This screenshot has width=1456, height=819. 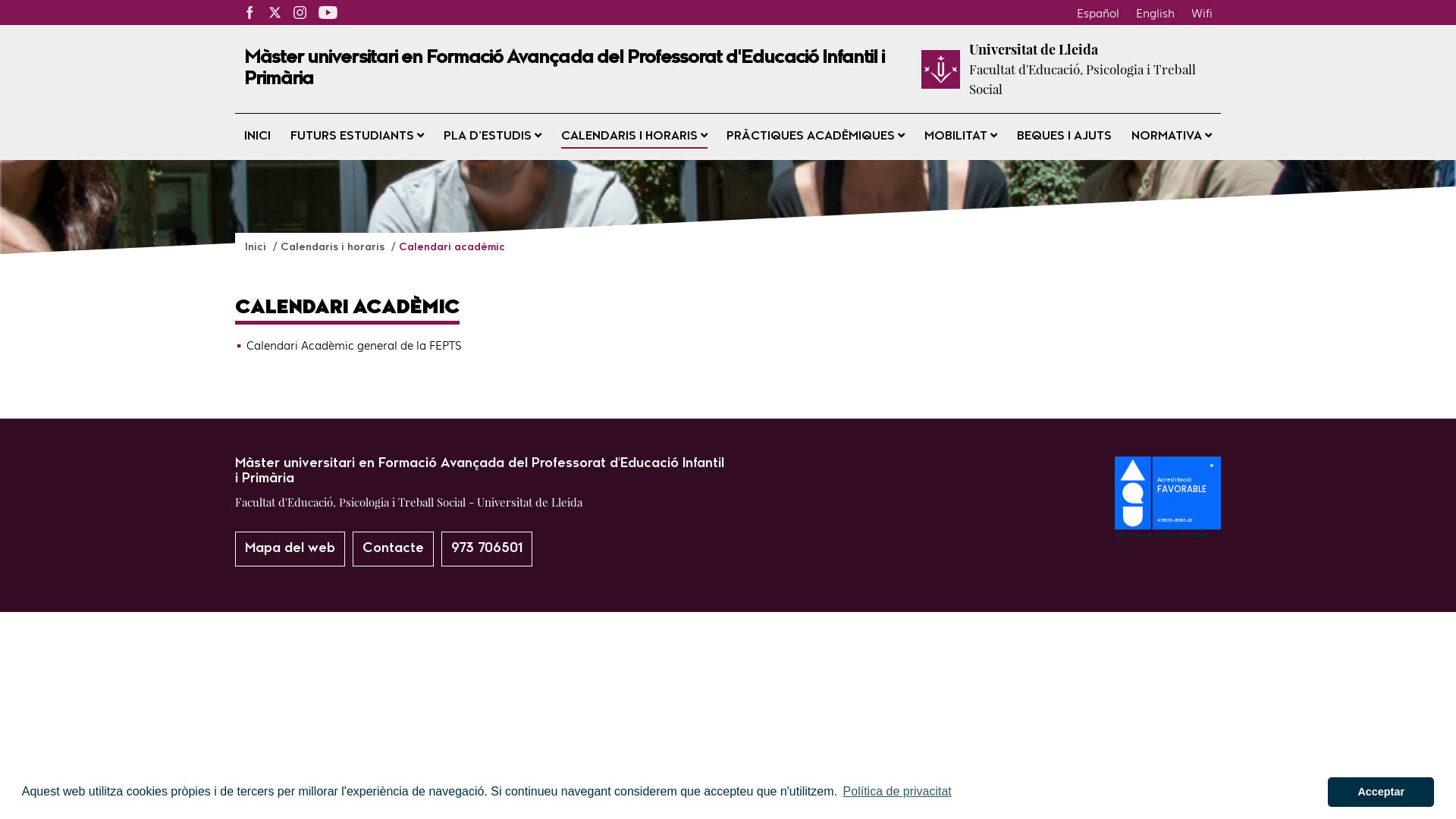 I want to click on 'BEQUES I AJUTS', so click(x=1063, y=136).